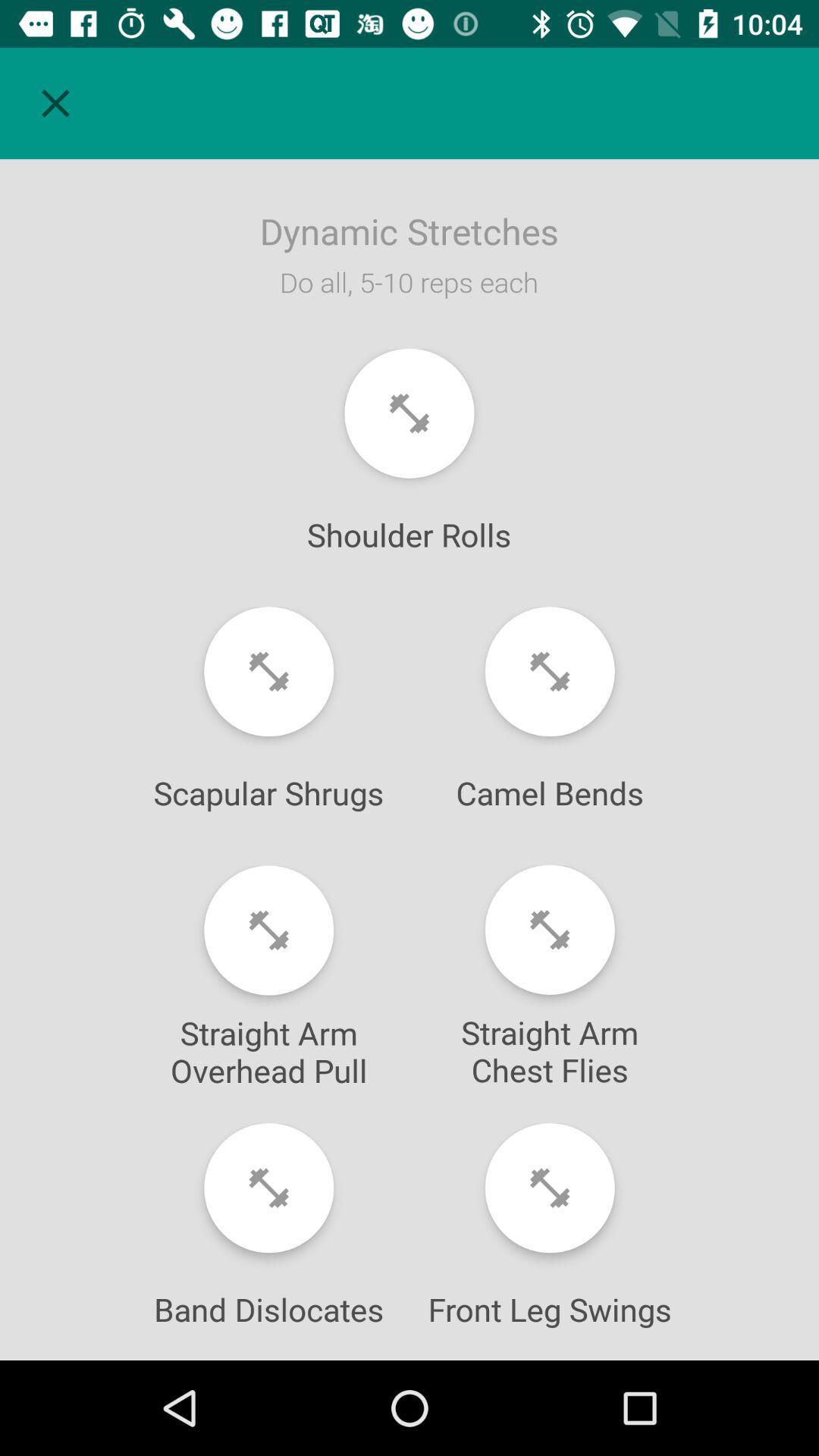 The image size is (819, 1456). What do you see at coordinates (268, 930) in the screenshot?
I see `straight arm overhead pull` at bounding box center [268, 930].